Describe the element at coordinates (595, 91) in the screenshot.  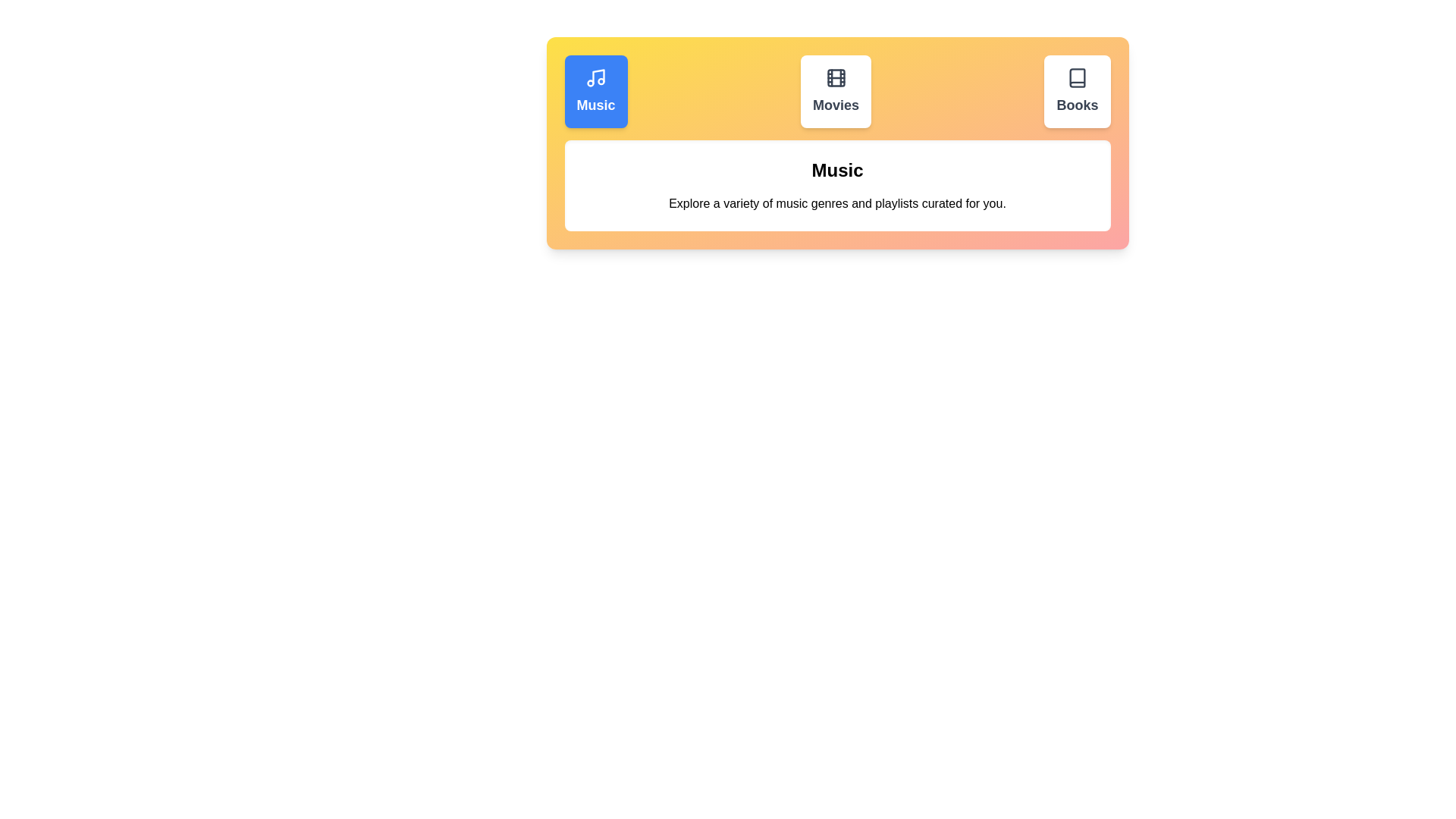
I see `the Music tab by clicking on its button` at that location.